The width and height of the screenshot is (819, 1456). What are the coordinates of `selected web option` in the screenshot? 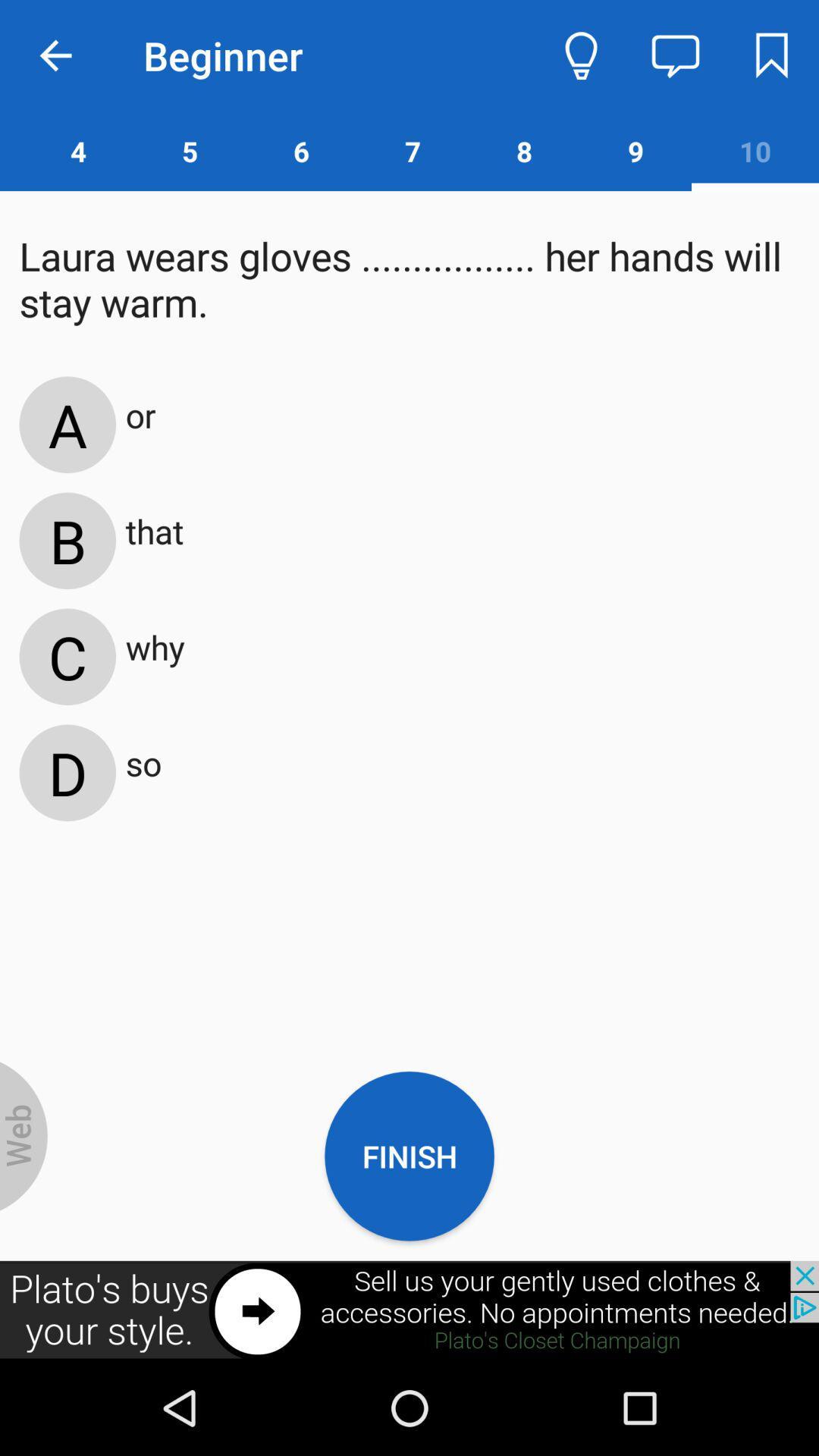 It's located at (24, 1136).